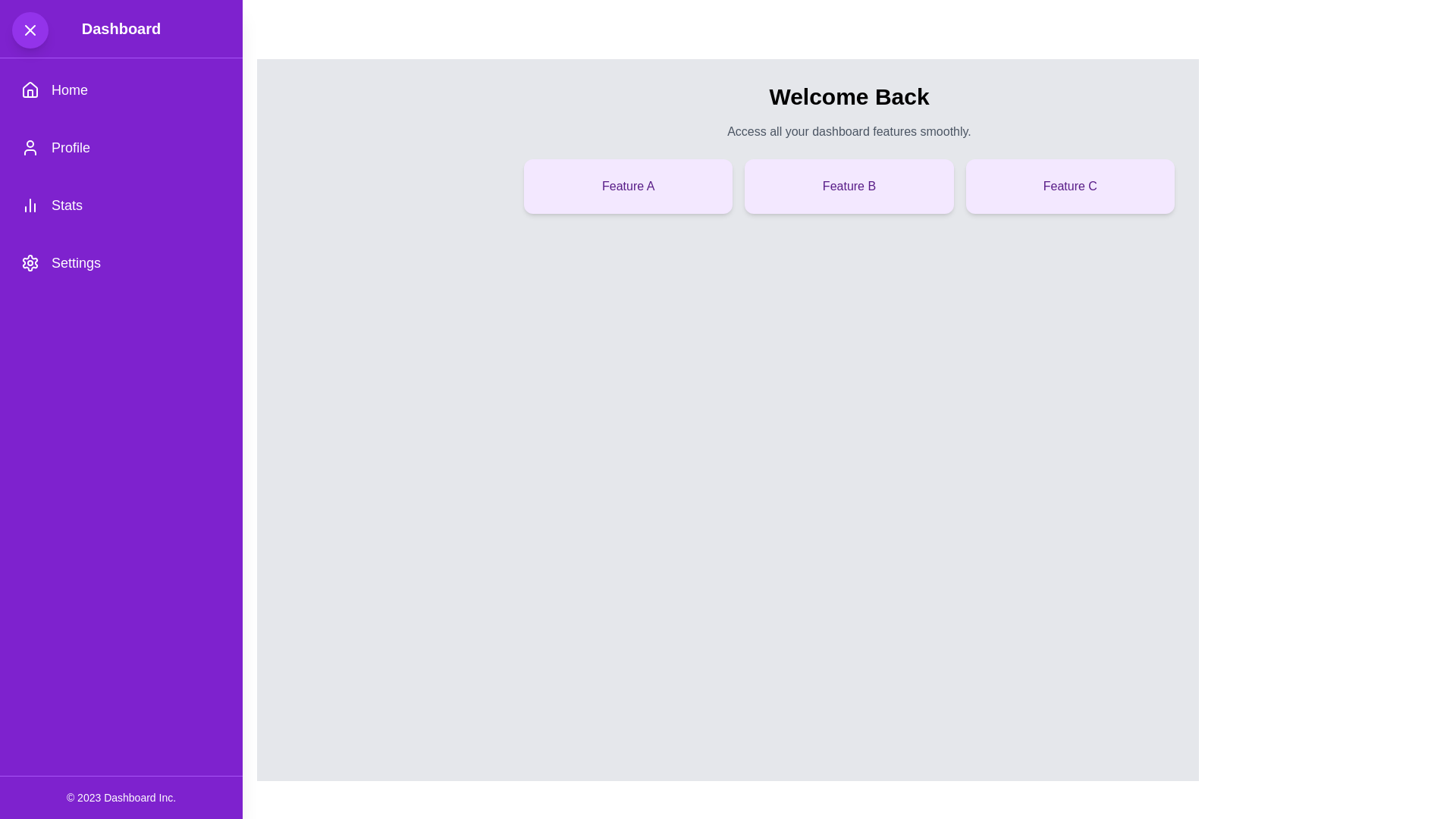 This screenshot has width=1456, height=819. Describe the element at coordinates (30, 262) in the screenshot. I see `the gear icon representing the settings option located in the 'Settings' section of the side navigation panel` at that location.